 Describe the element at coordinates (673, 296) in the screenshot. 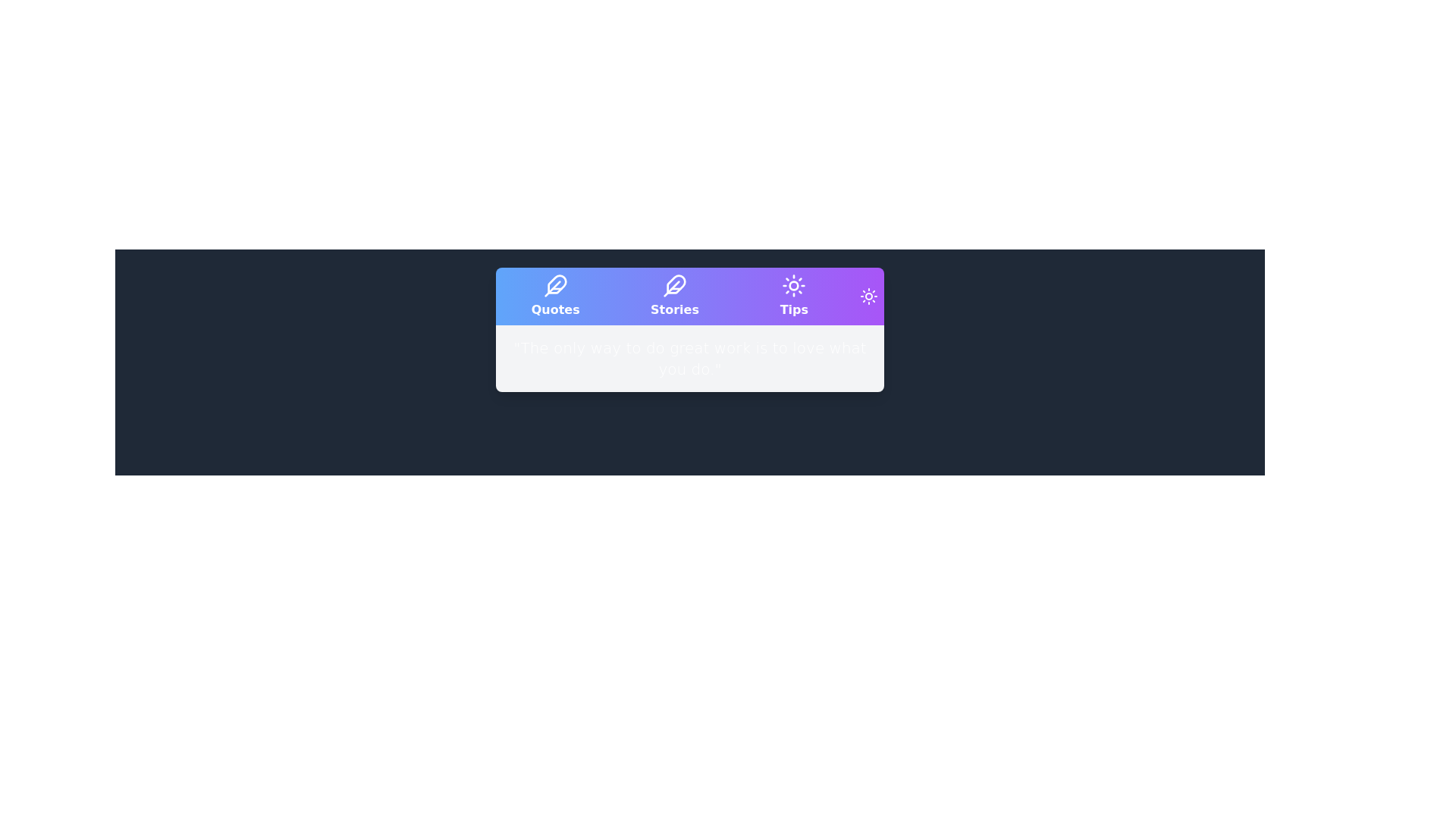

I see `the Stories tab to view its content` at that location.